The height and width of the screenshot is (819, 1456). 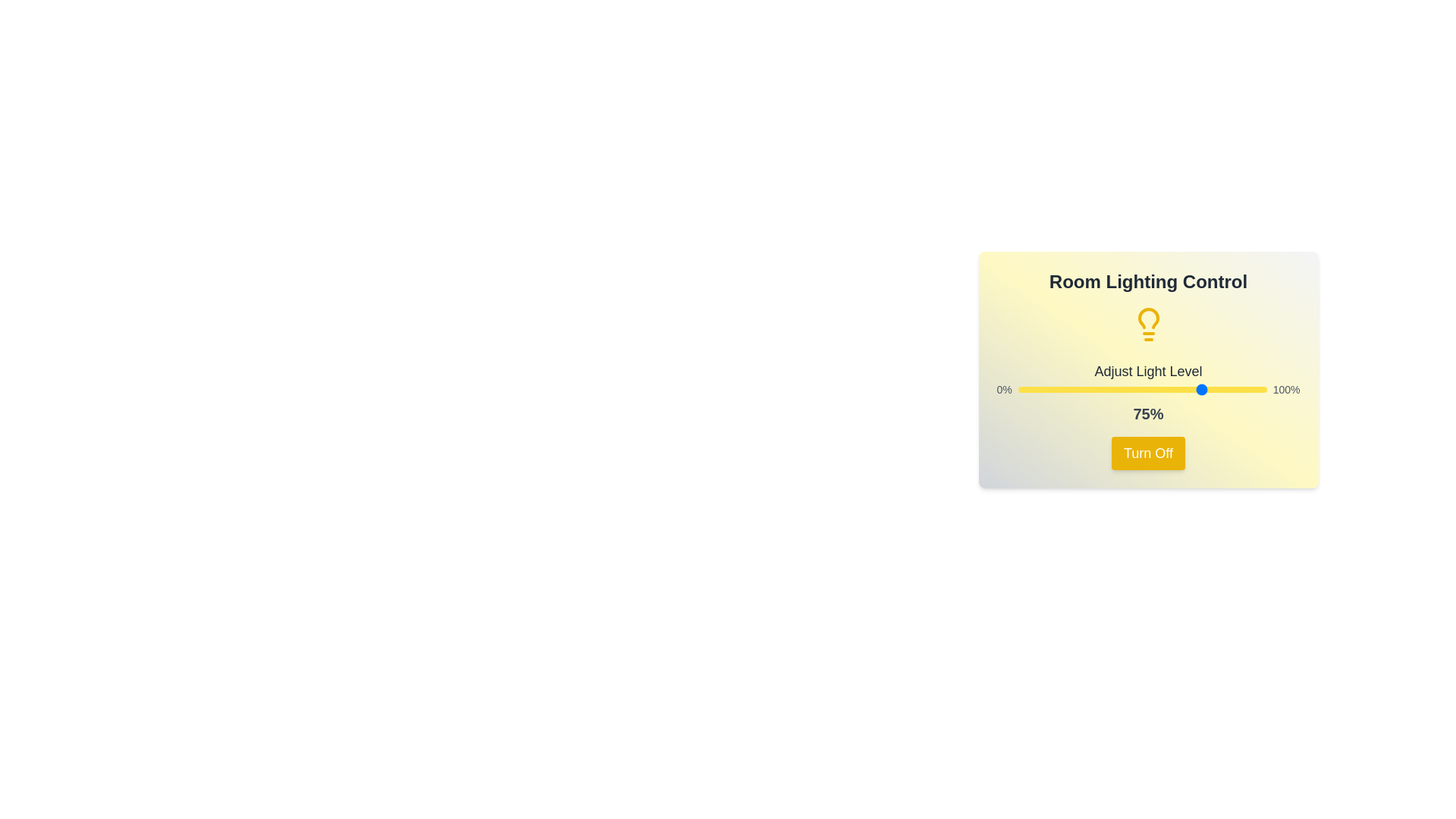 I want to click on the light level to 67% by dragging the slider, so click(x=1184, y=388).